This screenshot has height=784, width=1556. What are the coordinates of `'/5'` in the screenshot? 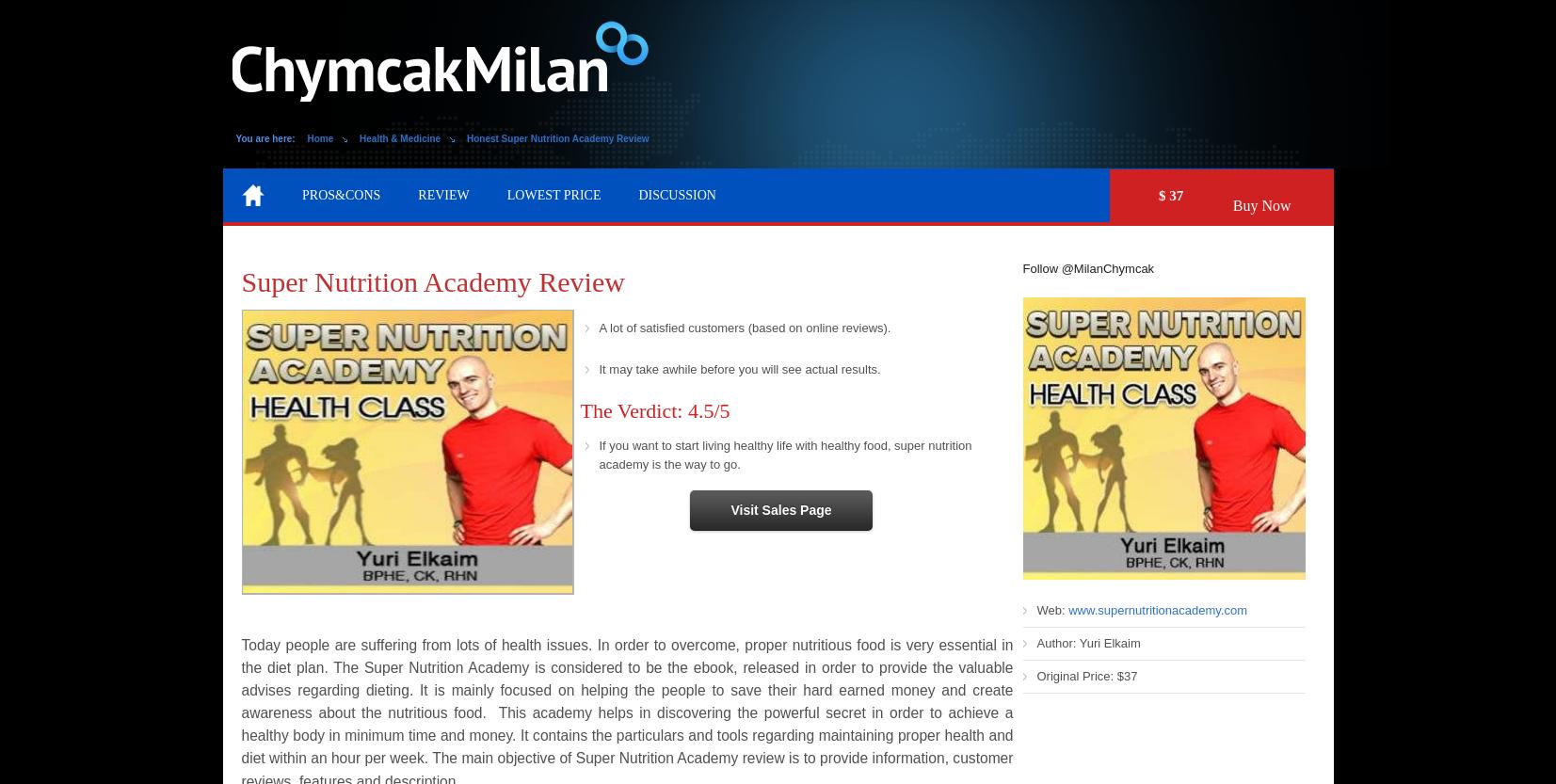 It's located at (720, 408).